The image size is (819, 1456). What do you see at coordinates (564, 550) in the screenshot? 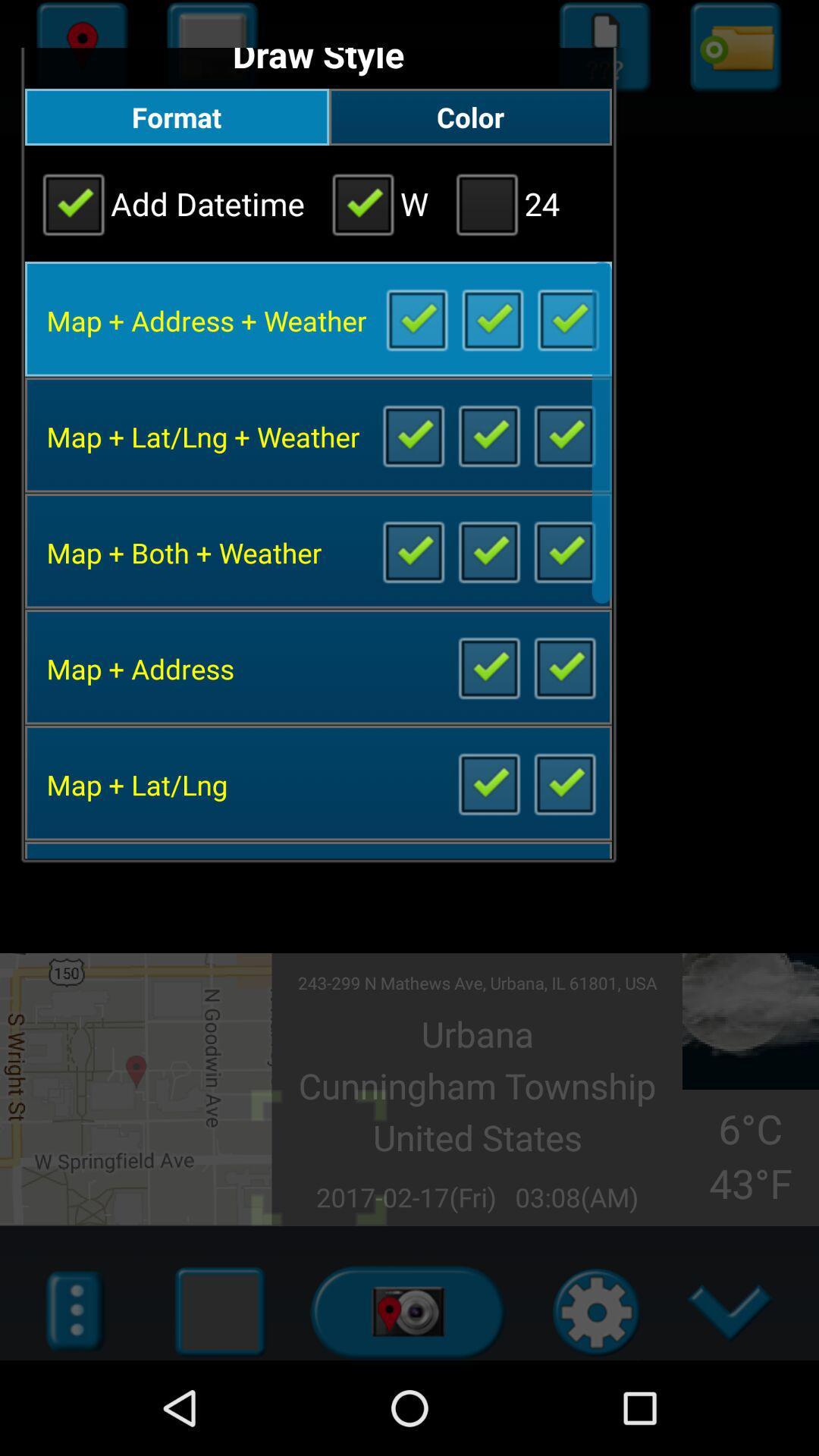
I see `choice to see weather` at bounding box center [564, 550].